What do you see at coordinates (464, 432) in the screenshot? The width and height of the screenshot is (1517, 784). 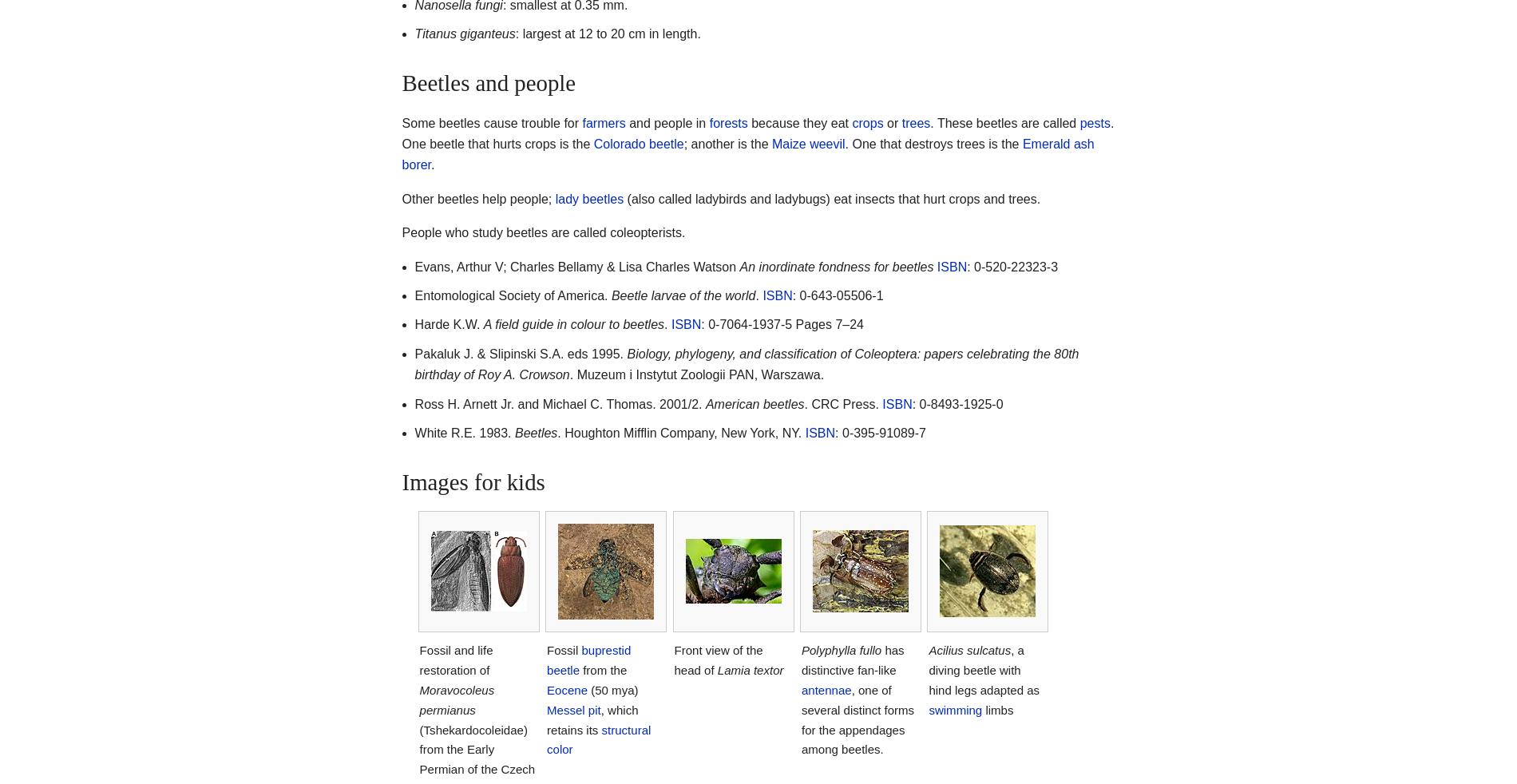 I see `'White R.E. 1983.'` at bounding box center [464, 432].